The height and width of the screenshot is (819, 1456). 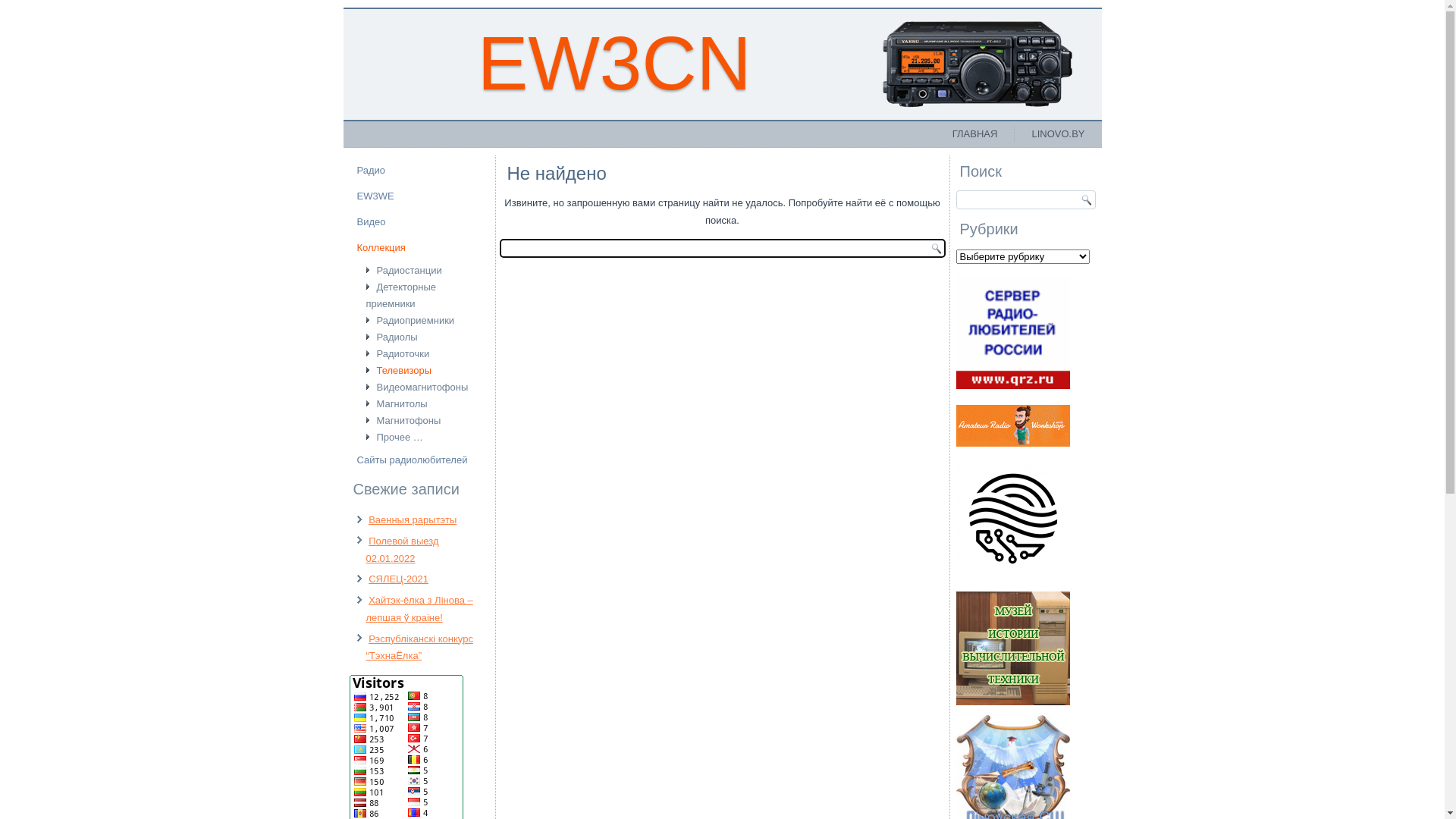 I want to click on 'LINOVO.BY', so click(x=1057, y=133).